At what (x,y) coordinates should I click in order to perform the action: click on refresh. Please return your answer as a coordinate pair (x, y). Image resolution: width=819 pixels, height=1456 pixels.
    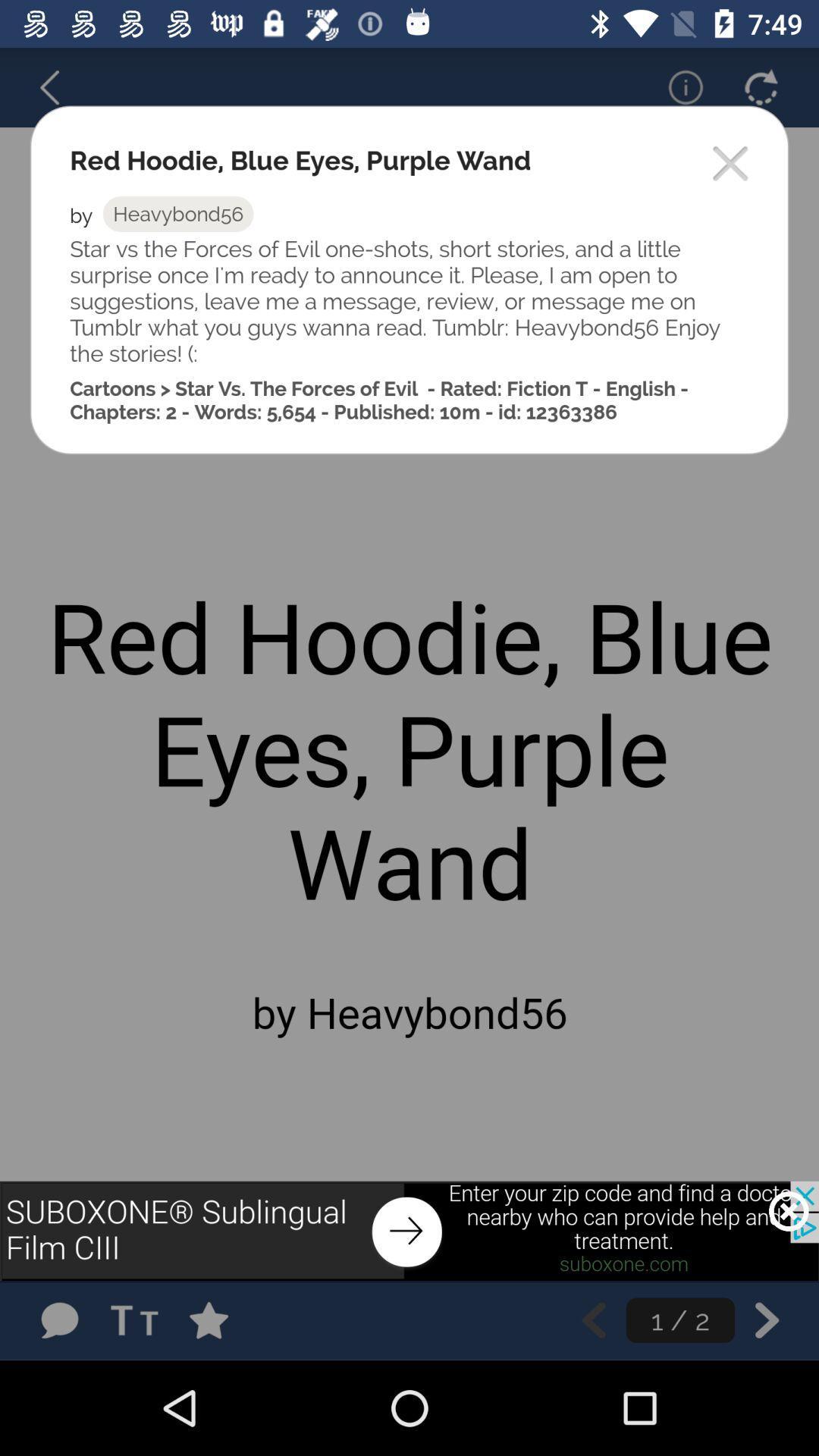
    Looking at the image, I should click on (761, 86).